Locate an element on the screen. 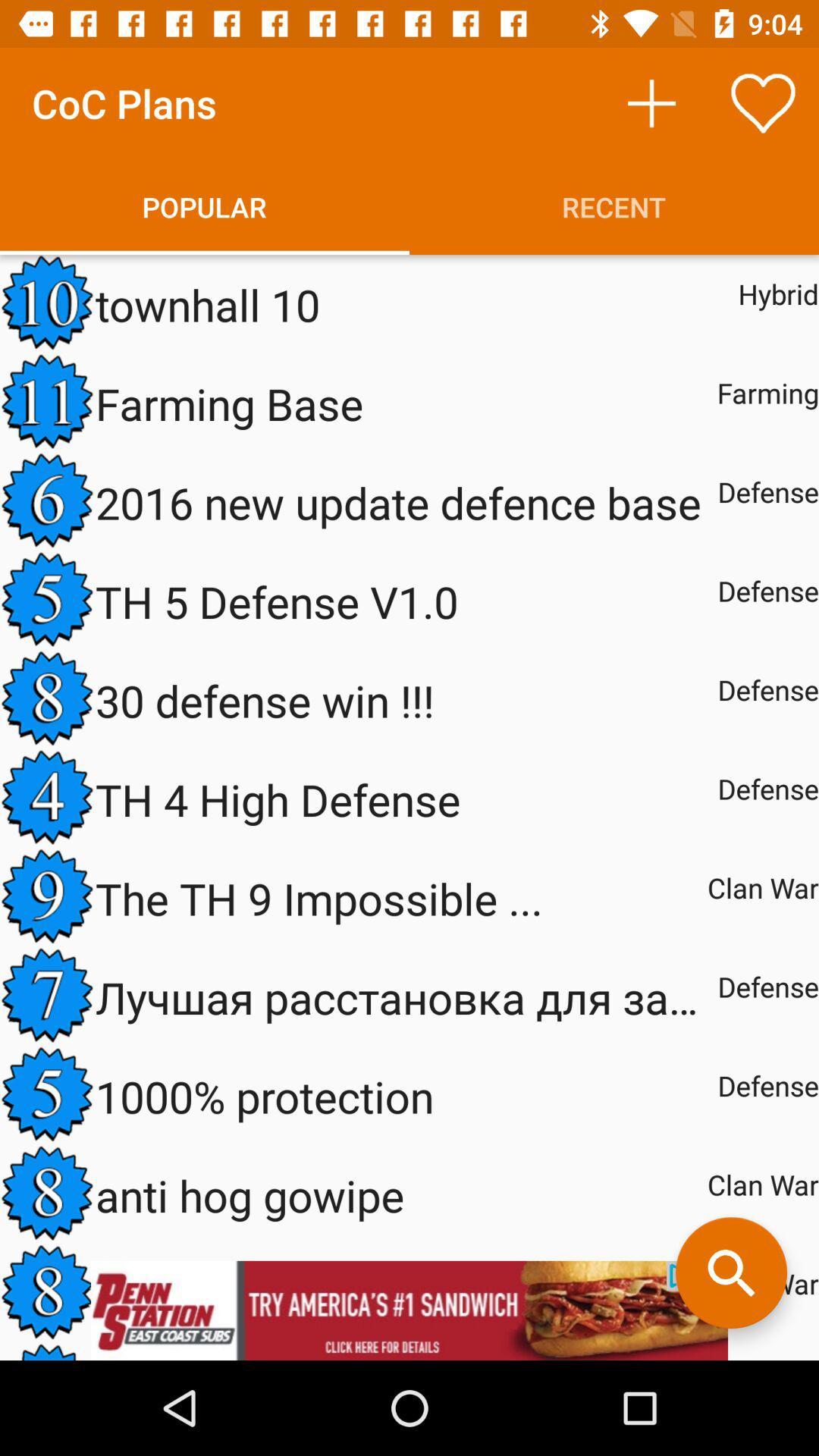  the search icon is located at coordinates (730, 1272).